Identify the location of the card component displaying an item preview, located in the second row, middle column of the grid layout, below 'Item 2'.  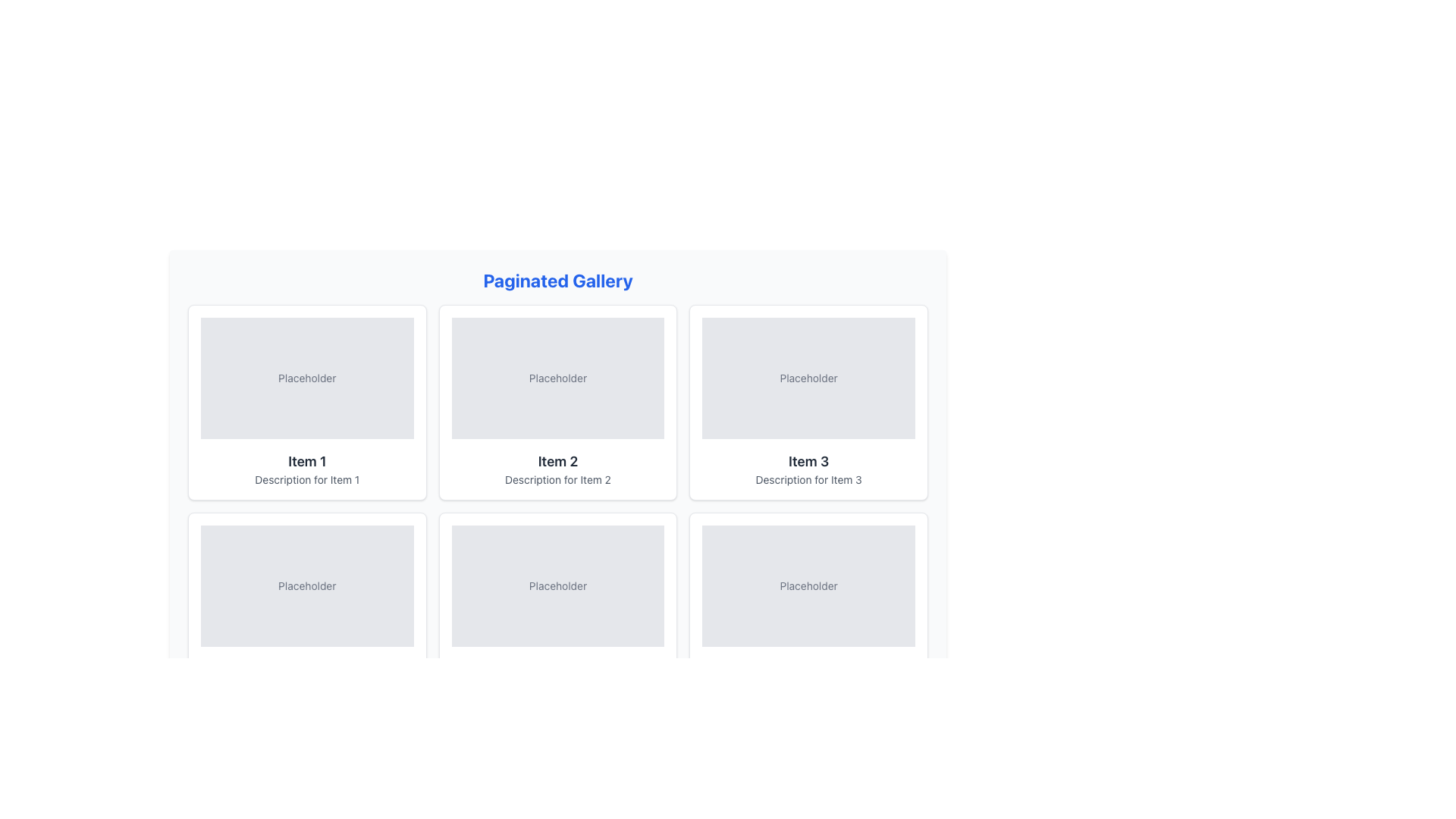
(557, 610).